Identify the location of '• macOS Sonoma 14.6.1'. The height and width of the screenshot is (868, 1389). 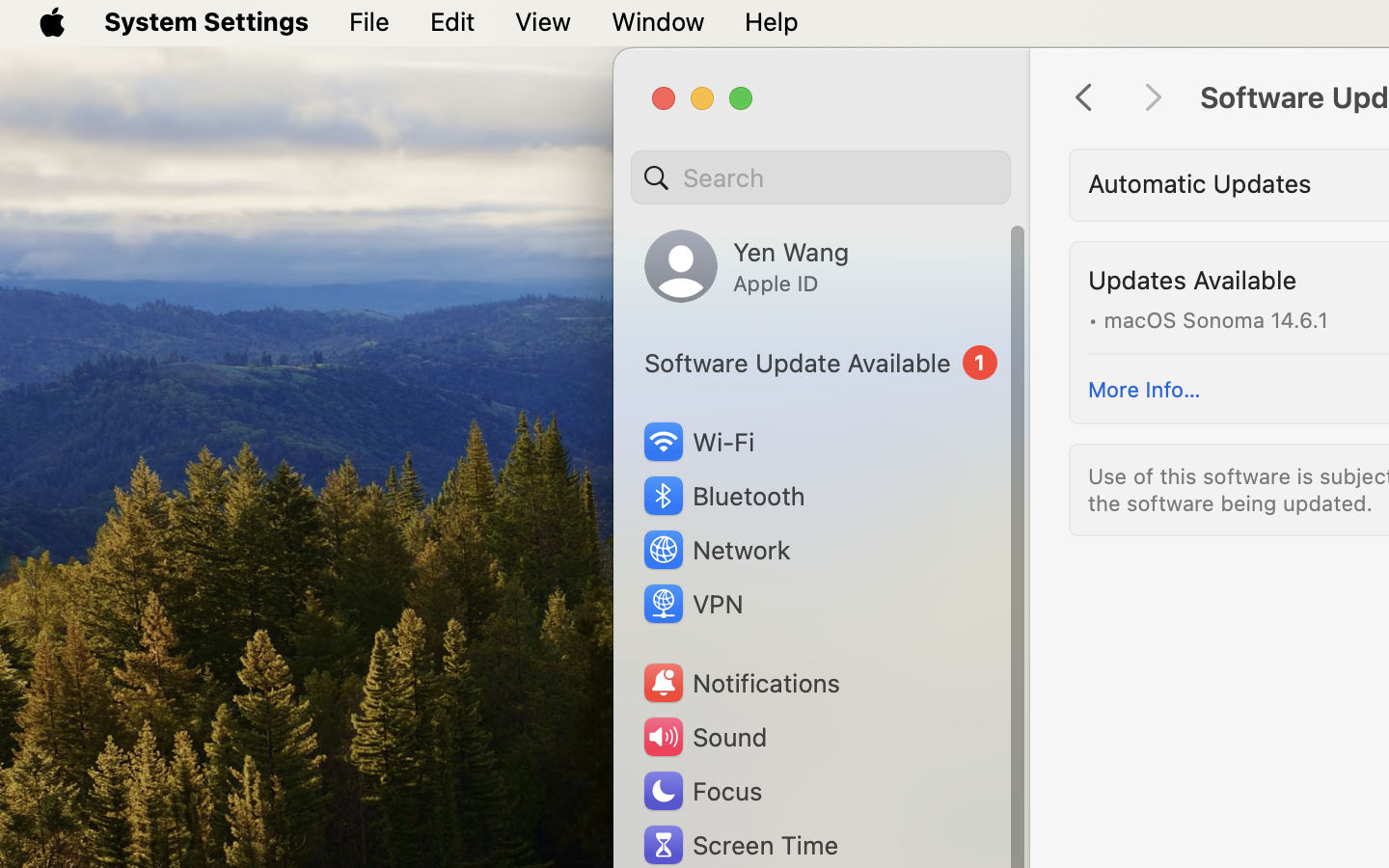
(1206, 317).